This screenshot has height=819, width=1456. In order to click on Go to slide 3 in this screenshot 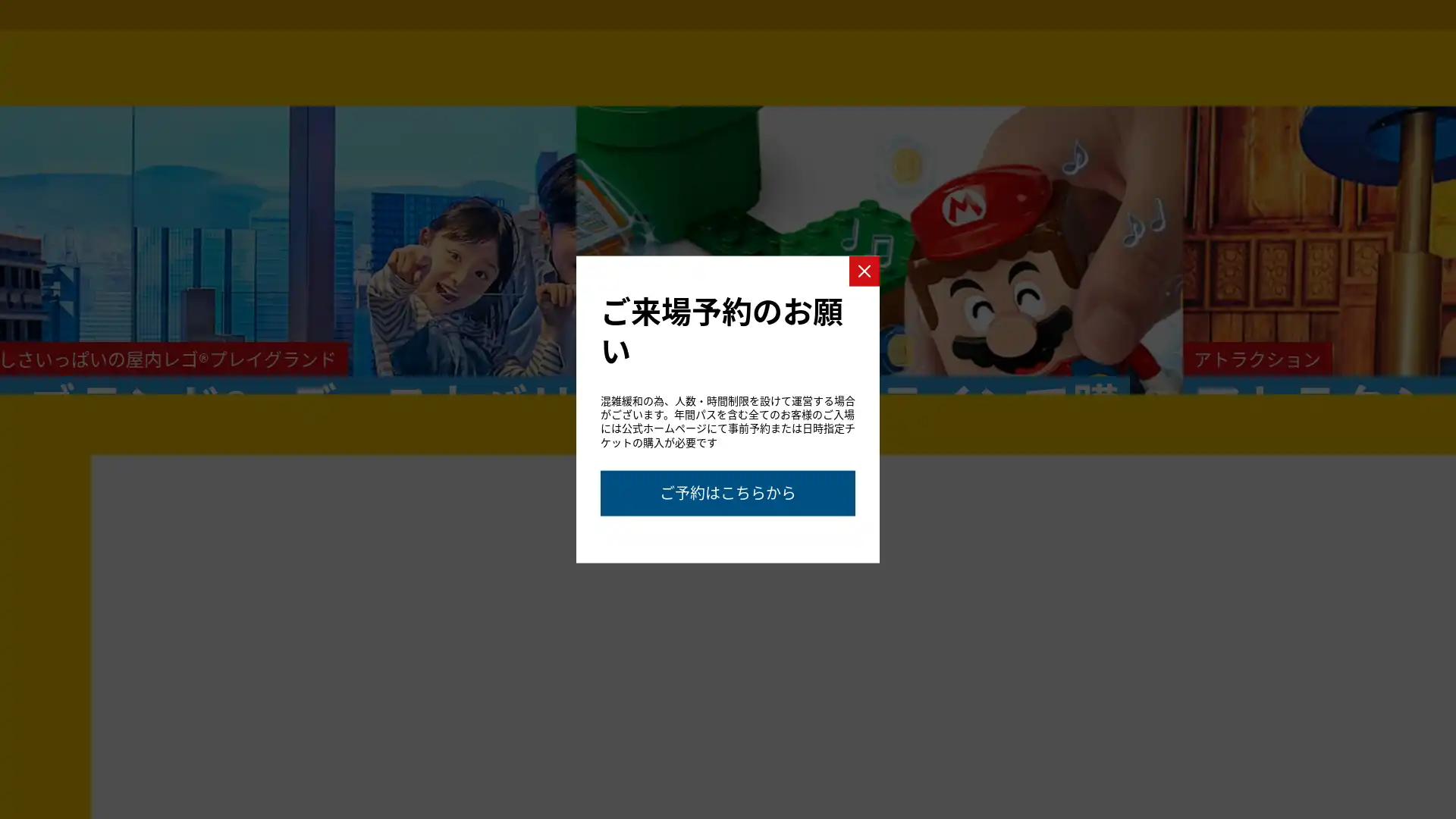, I will do `click(745, 587)`.